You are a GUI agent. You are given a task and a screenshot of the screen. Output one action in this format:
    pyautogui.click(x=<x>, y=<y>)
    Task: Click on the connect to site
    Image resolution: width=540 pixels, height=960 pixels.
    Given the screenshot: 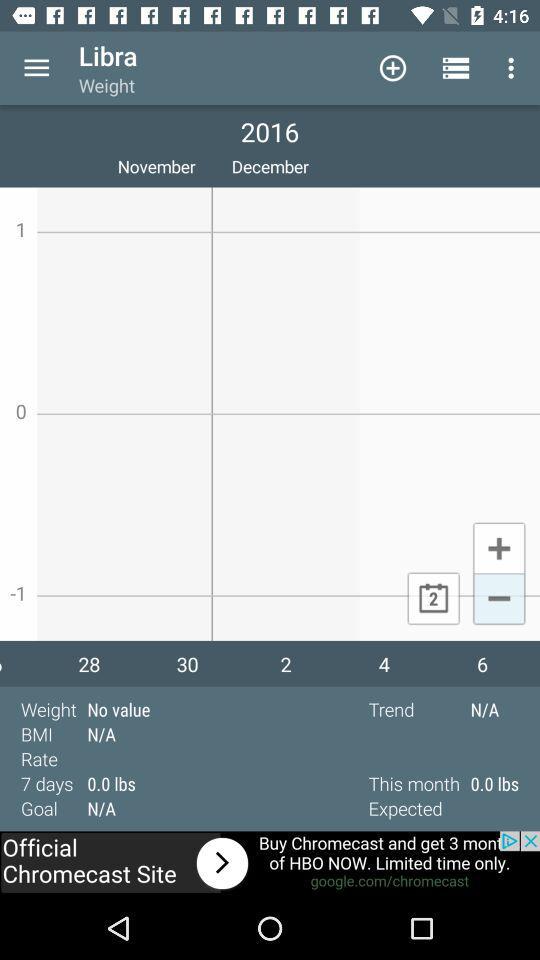 What is the action you would take?
    pyautogui.click(x=270, y=863)
    